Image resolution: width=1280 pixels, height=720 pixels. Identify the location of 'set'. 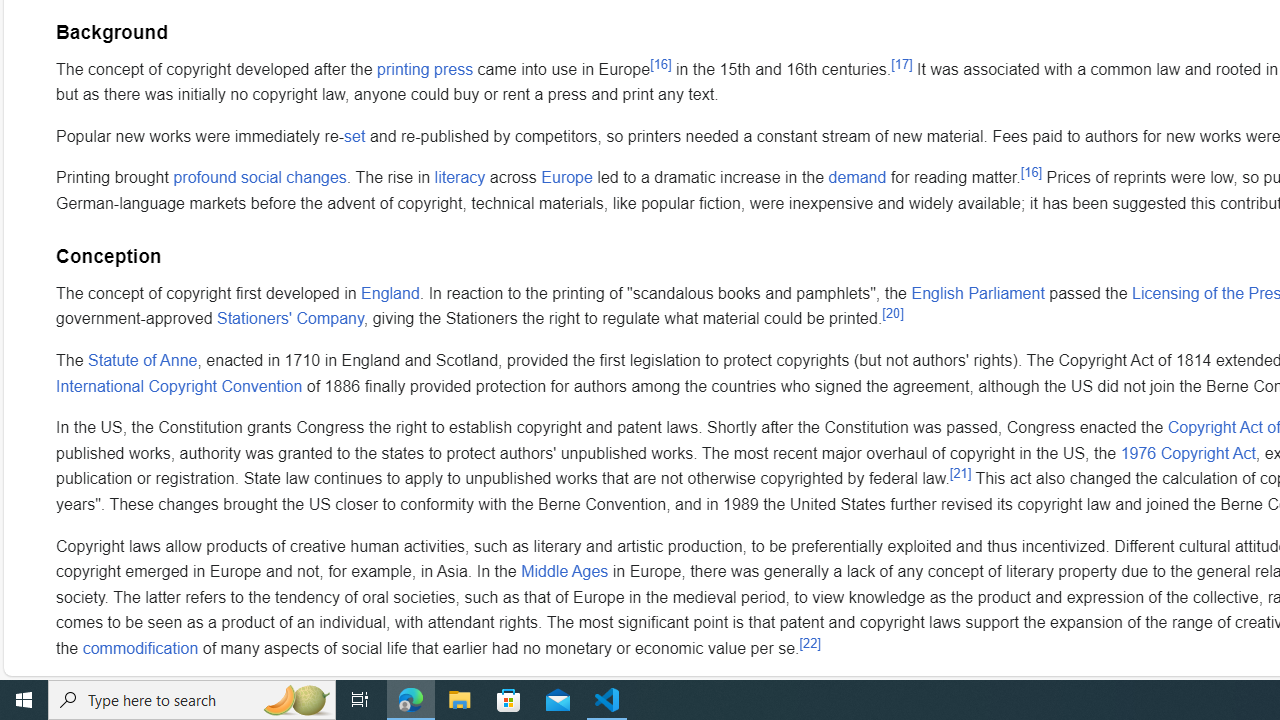
(355, 135).